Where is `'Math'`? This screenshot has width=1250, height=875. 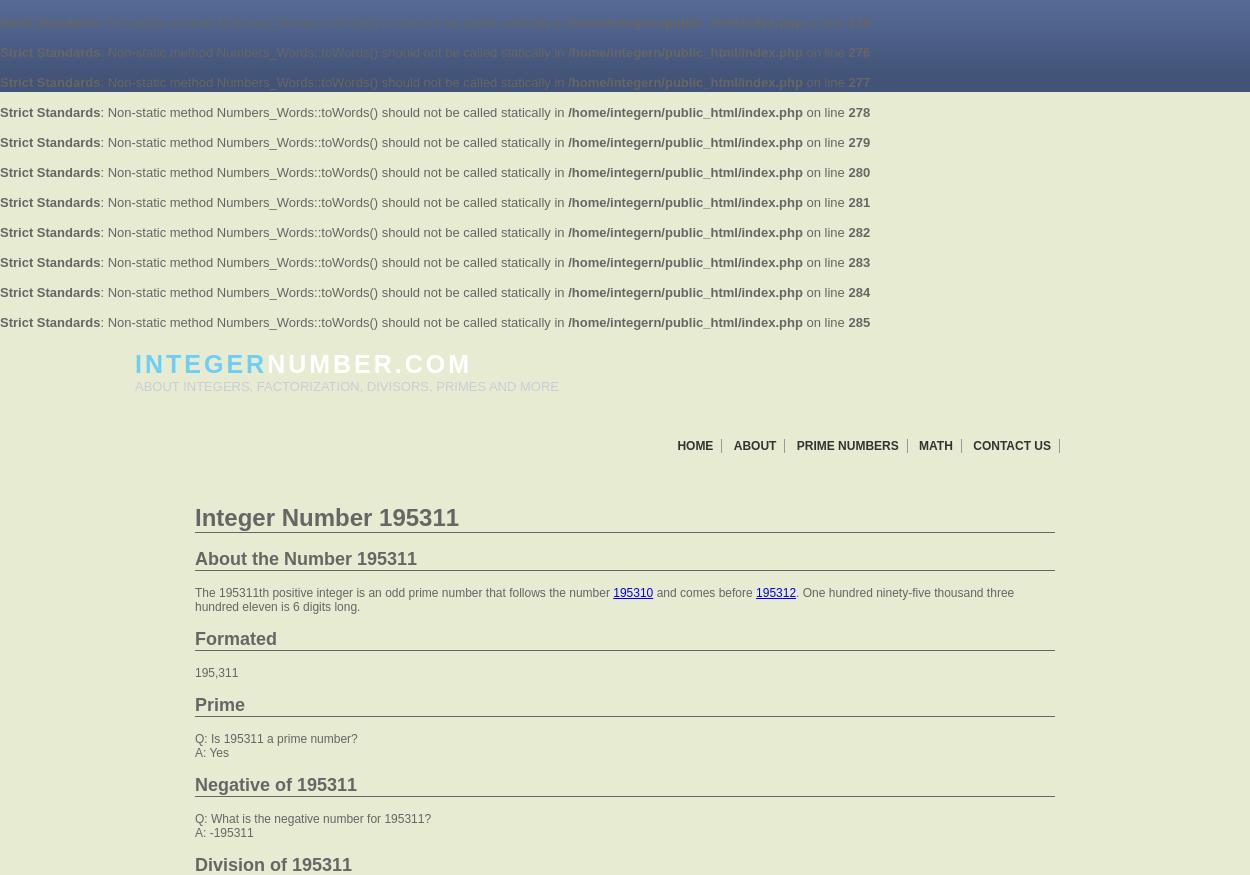
'Math' is located at coordinates (935, 445).